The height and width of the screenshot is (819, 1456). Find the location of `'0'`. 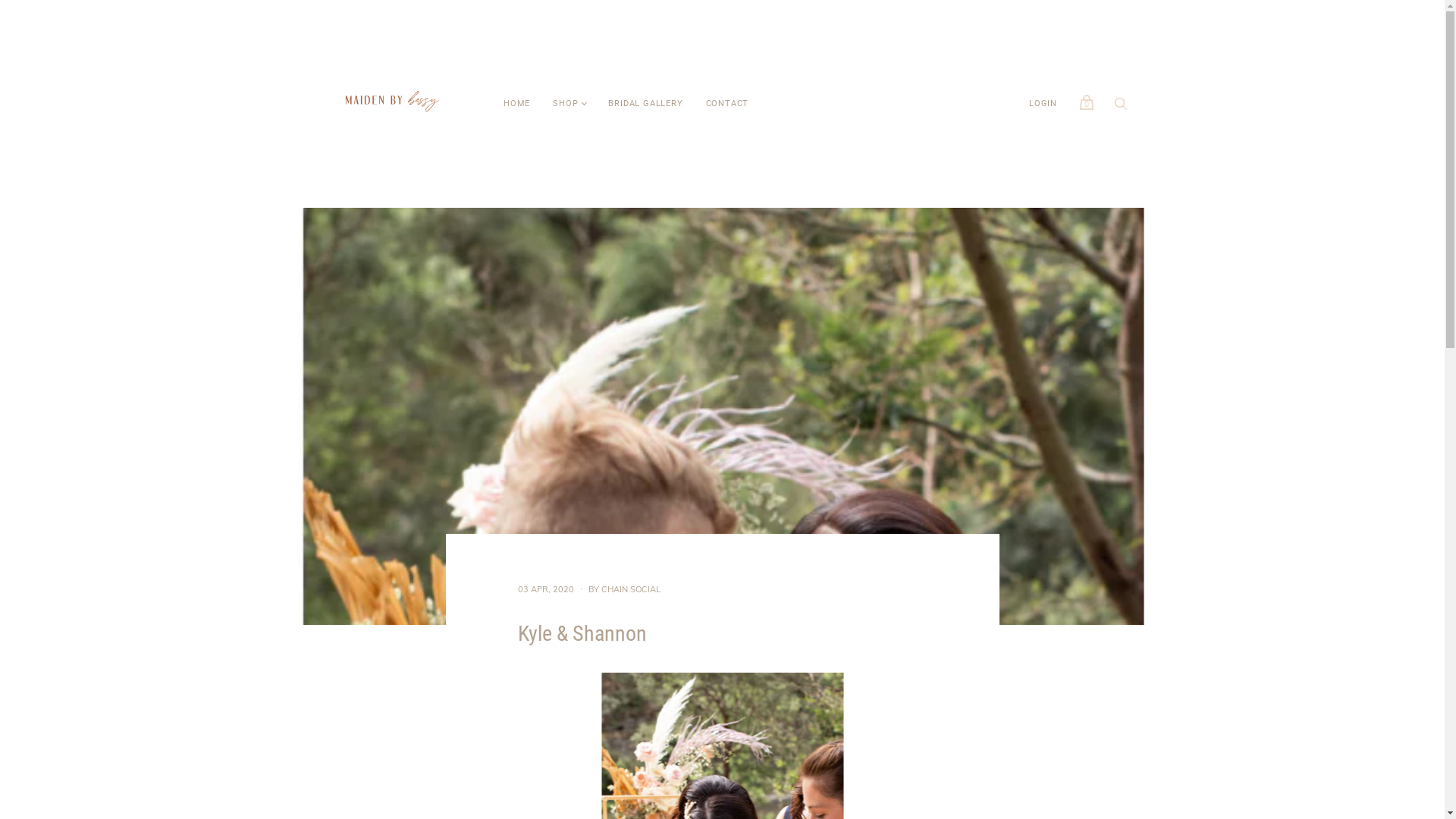

'0' is located at coordinates (1072, 102).